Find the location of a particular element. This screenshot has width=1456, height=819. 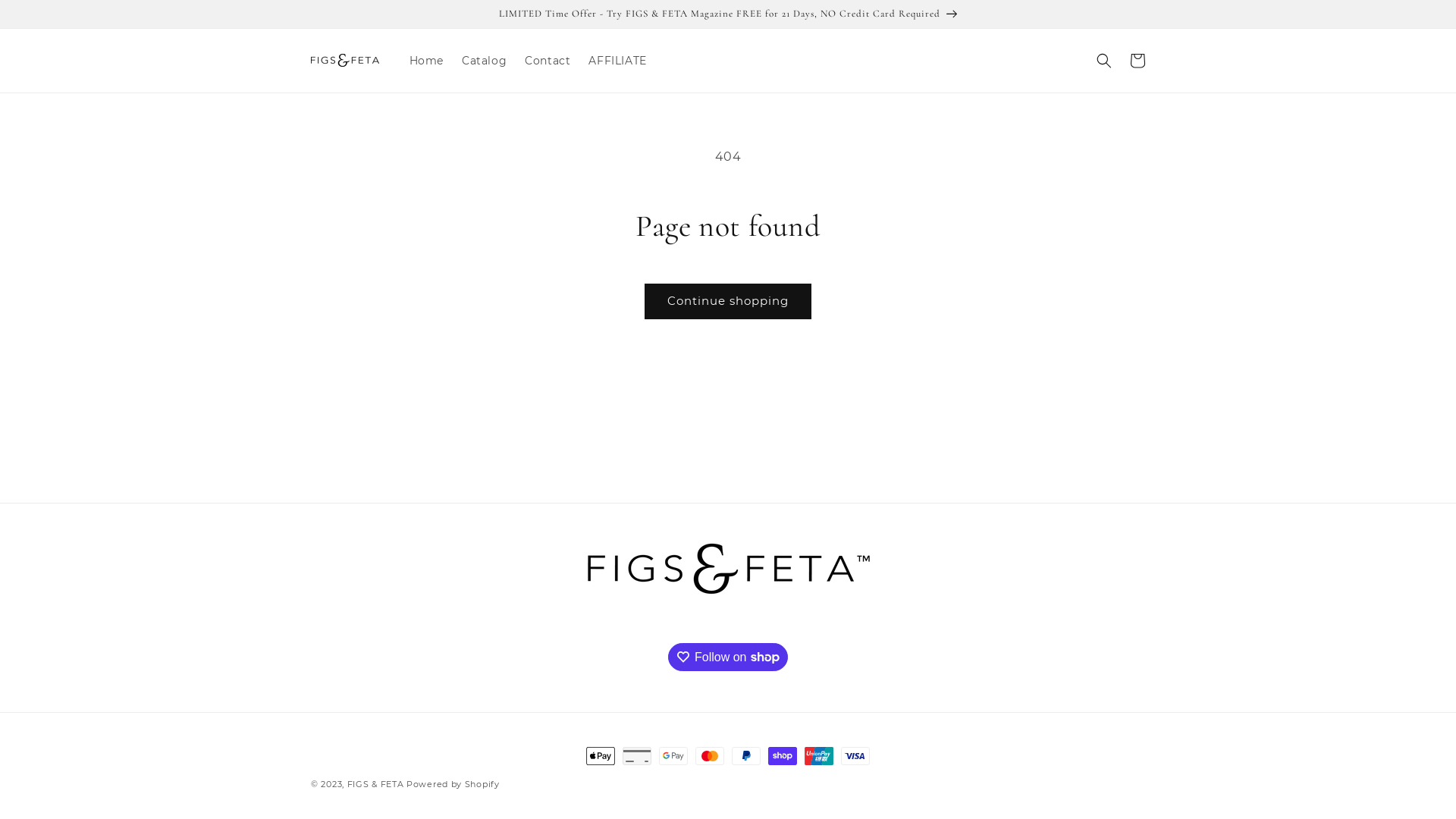

'Contact' is located at coordinates (546, 60).